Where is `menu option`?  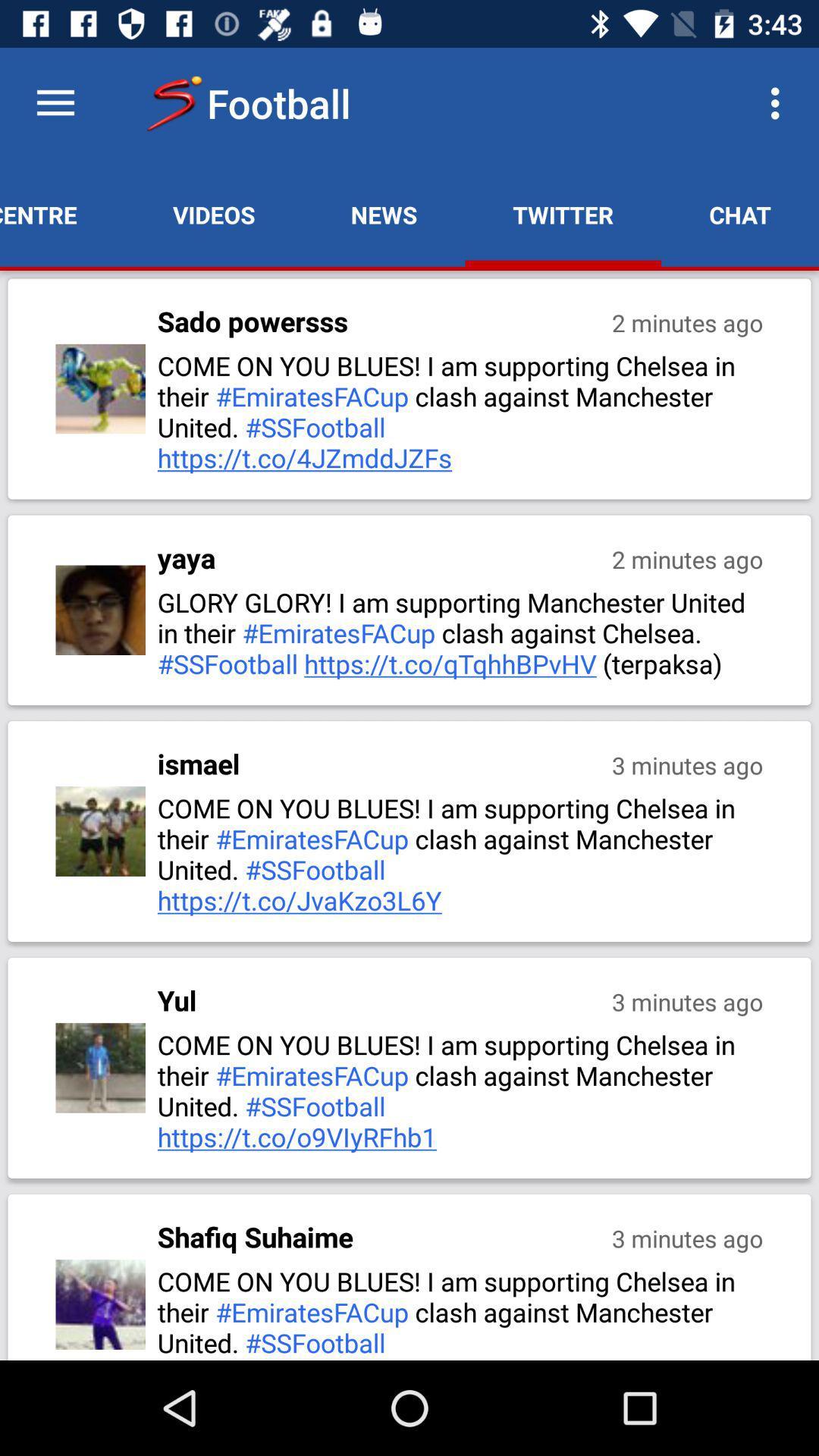 menu option is located at coordinates (55, 102).